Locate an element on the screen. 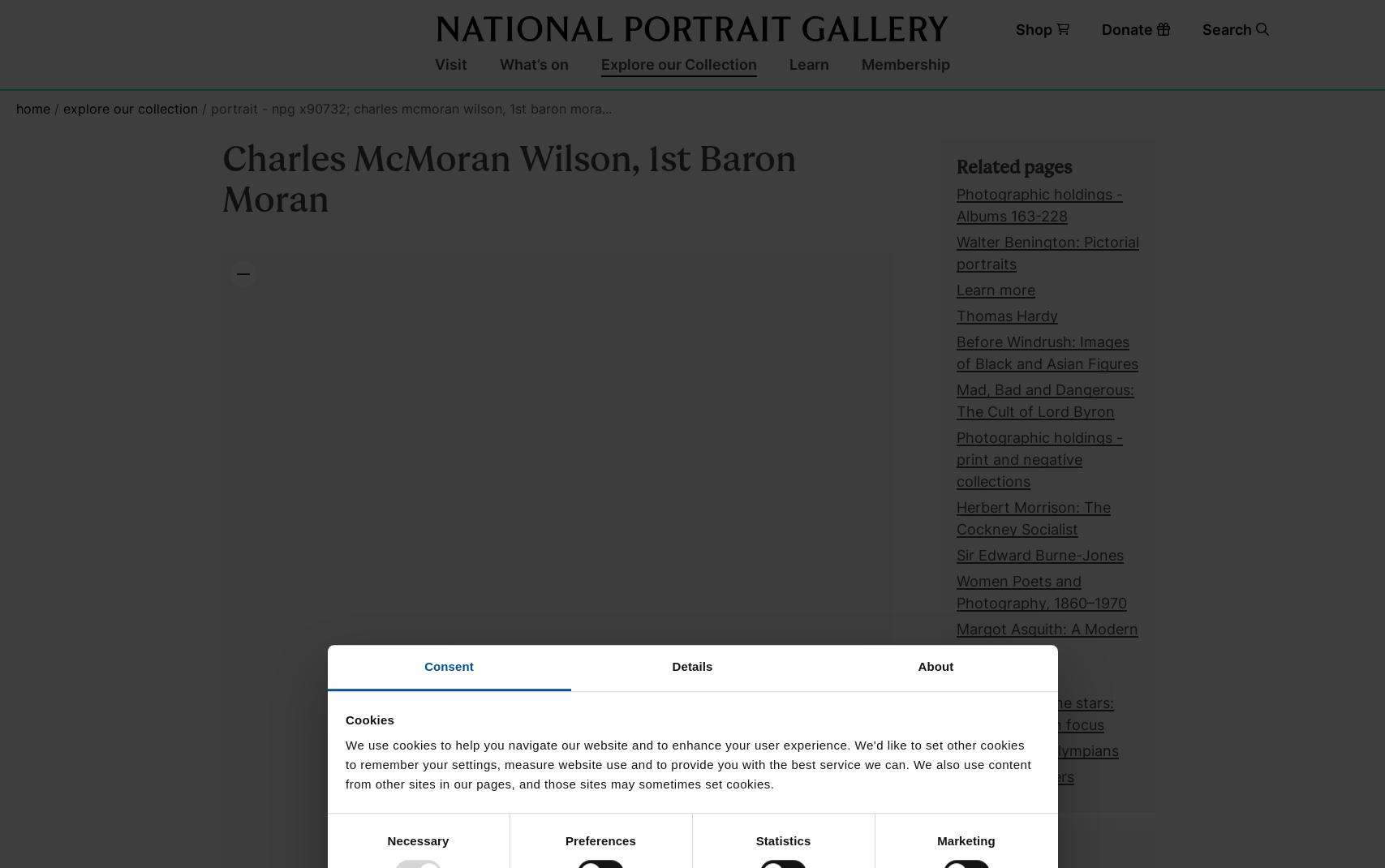  '/ Portrait - NPG x90732; Charles McMoran Wilson, 1st Baron Mora...' is located at coordinates (404, 108).